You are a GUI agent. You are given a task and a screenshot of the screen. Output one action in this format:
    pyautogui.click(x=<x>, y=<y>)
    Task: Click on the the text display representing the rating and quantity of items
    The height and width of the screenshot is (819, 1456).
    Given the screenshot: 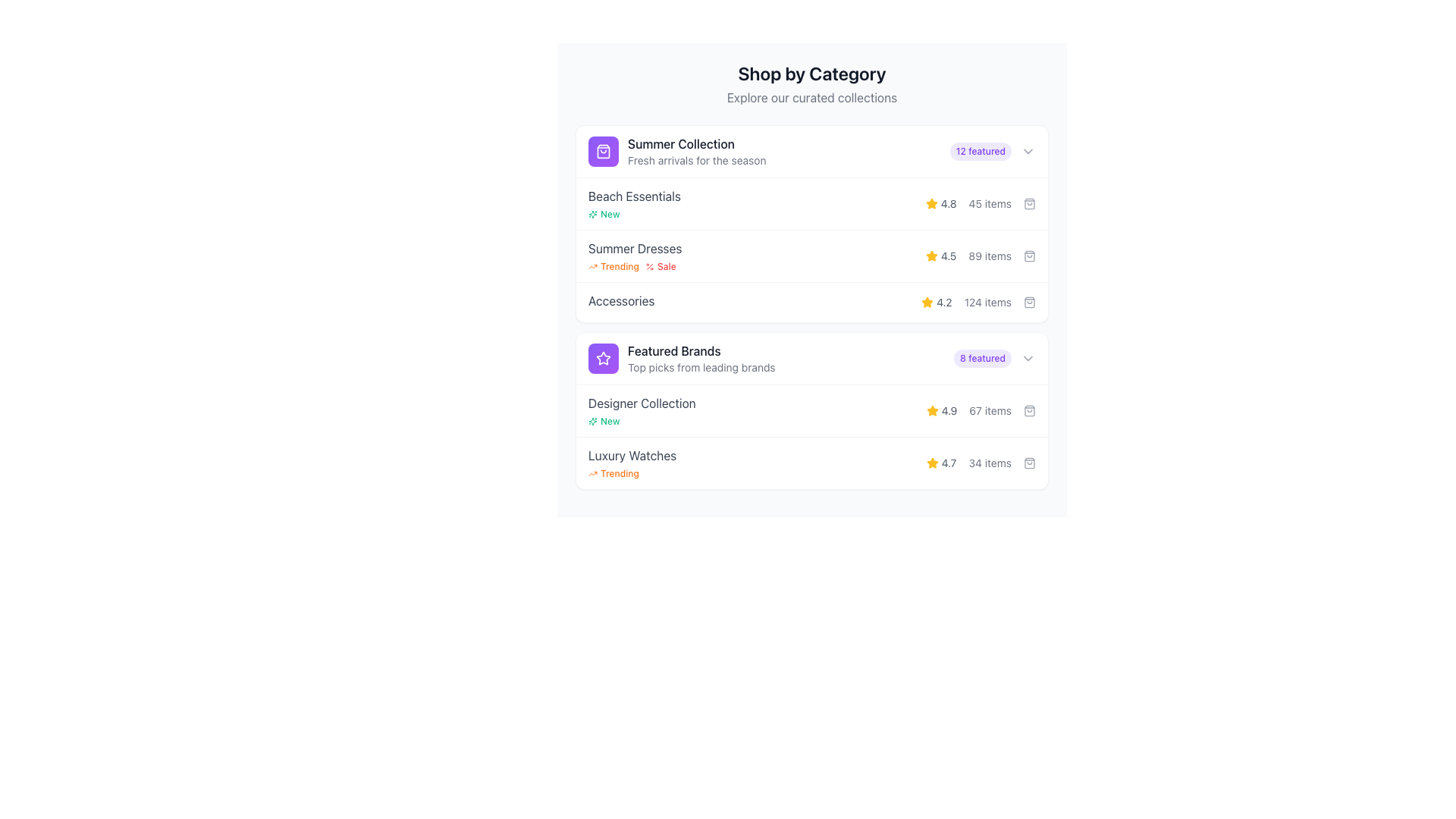 What is the action you would take?
    pyautogui.click(x=981, y=203)
    